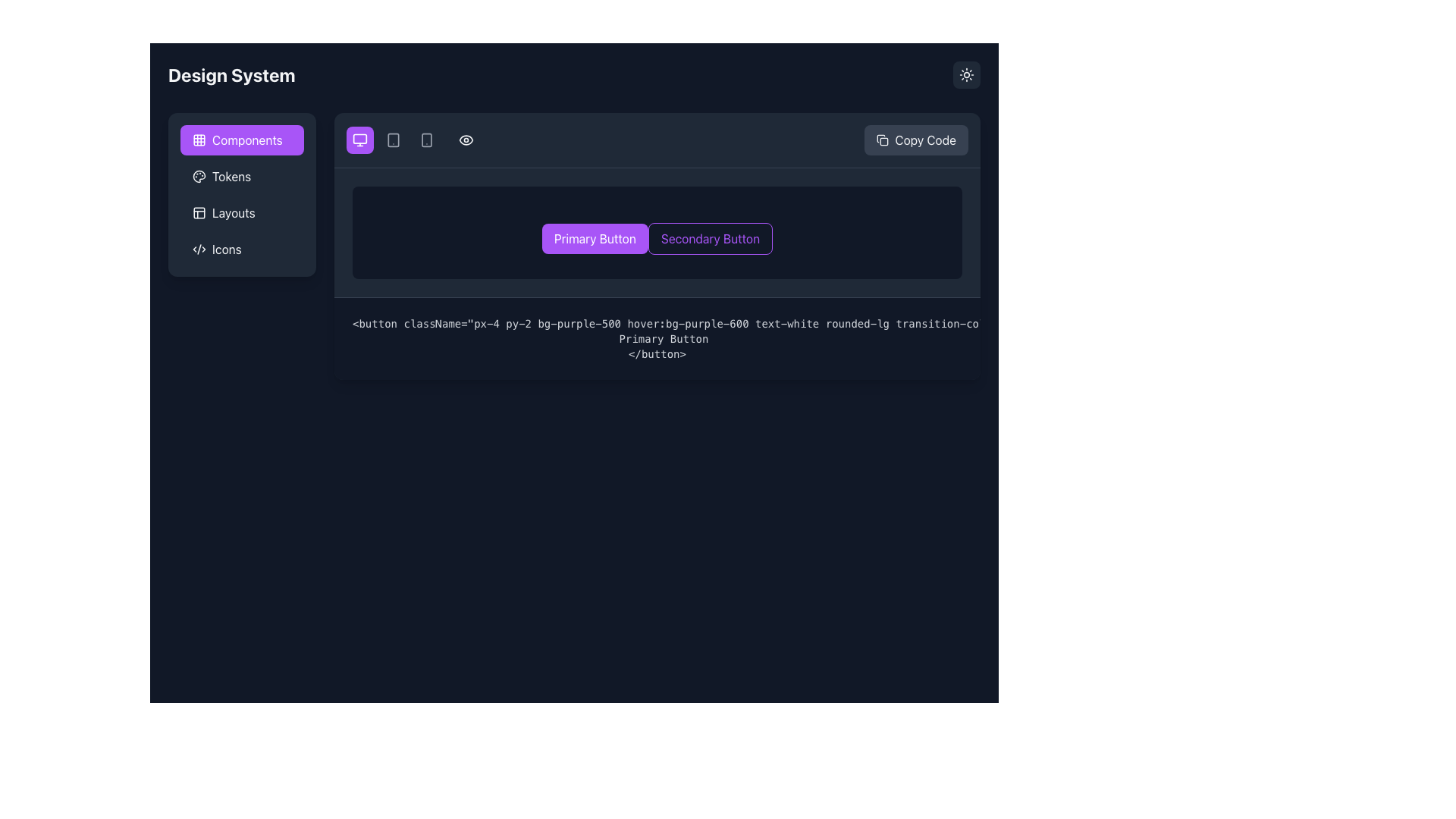  I want to click on the eye-shaped icon button located on the top-right section of the toolbar, so click(465, 140).